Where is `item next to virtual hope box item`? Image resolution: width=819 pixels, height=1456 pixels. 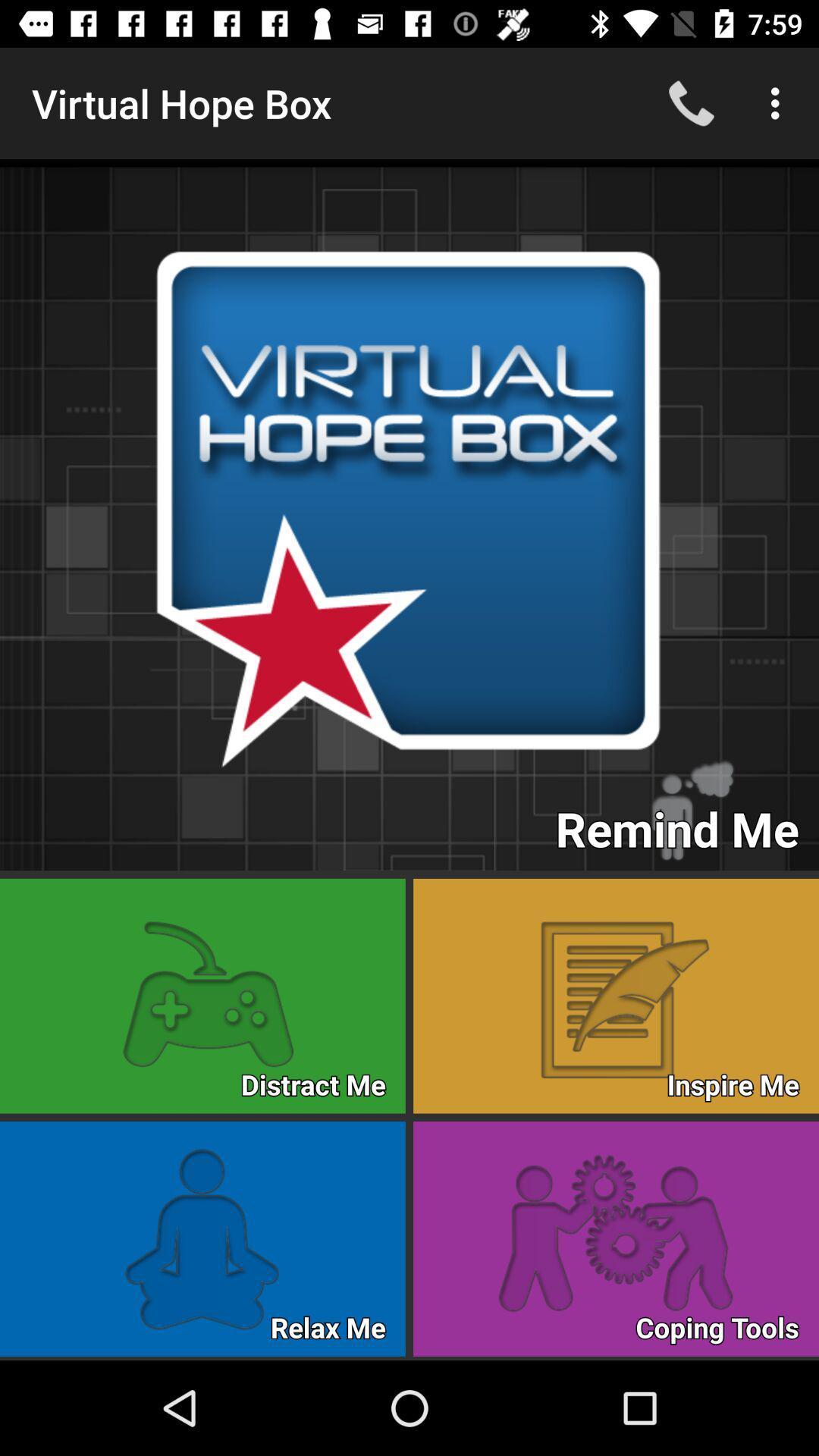
item next to virtual hope box item is located at coordinates (691, 102).